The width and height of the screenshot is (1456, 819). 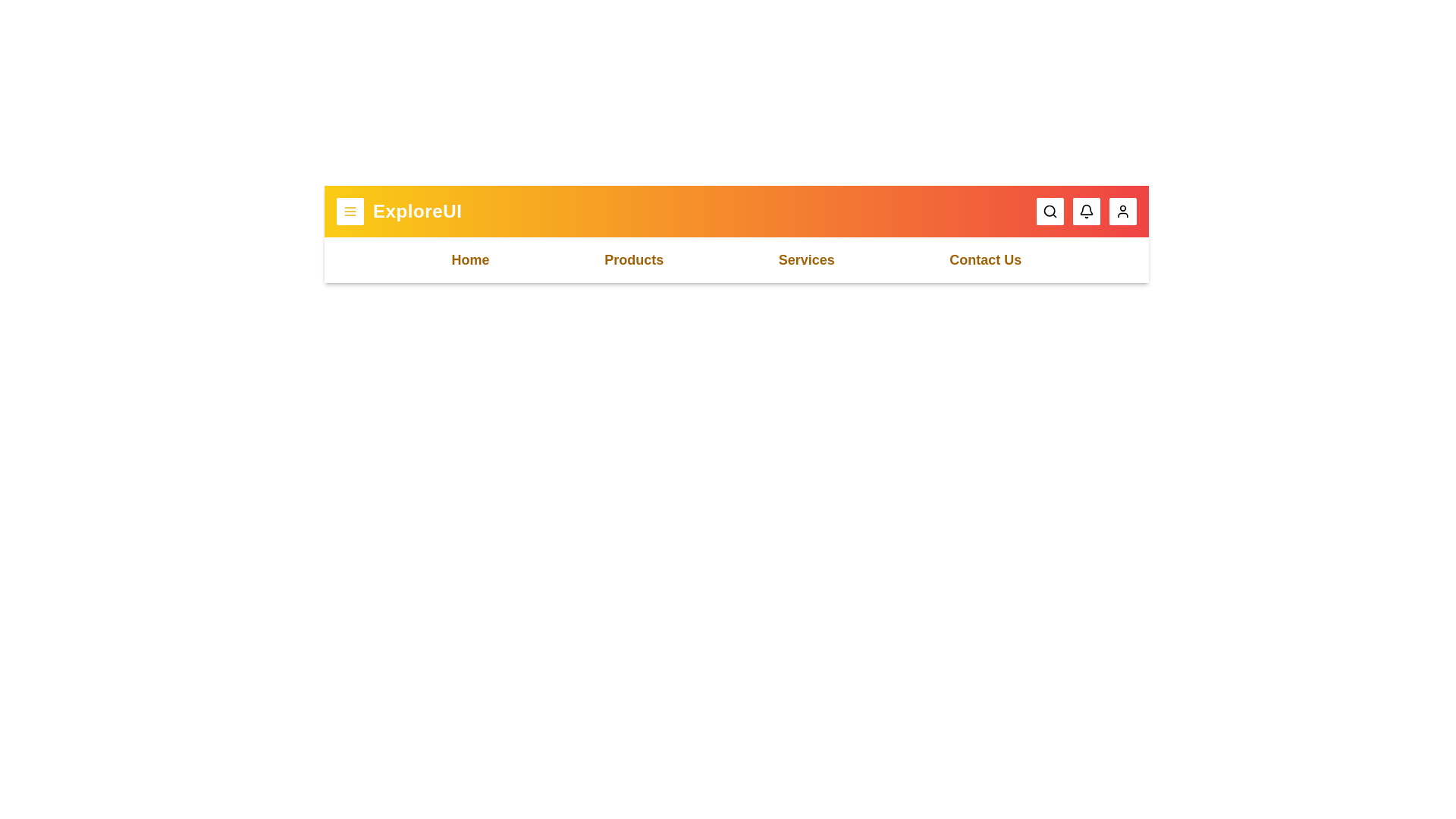 What do you see at coordinates (634, 259) in the screenshot?
I see `the menu item Products by clicking on it` at bounding box center [634, 259].